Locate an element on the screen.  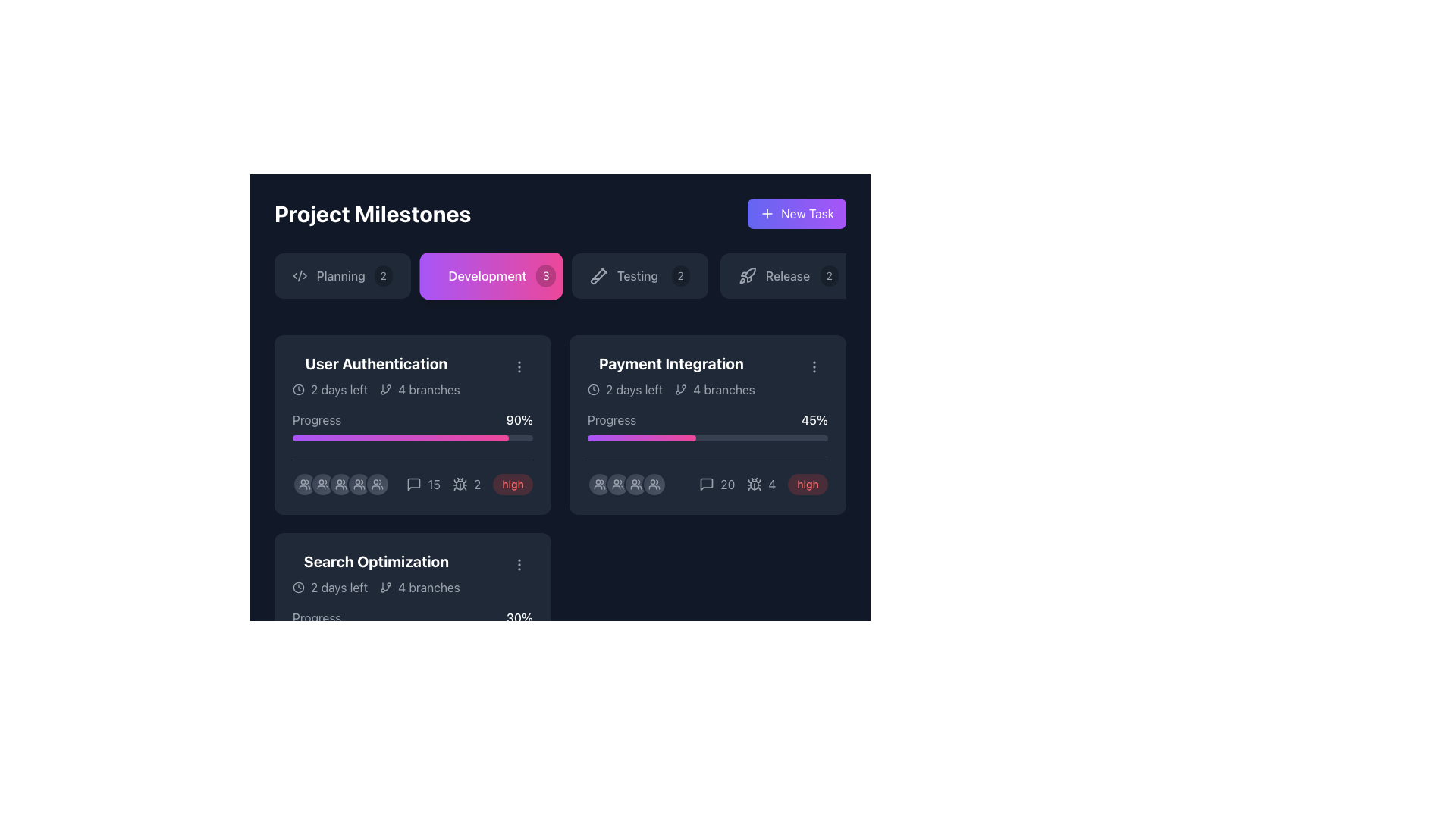
the leftmost 30% segment of the progress bar indicating 30% completion of the 'Search Optimization' task is located at coordinates (328, 636).